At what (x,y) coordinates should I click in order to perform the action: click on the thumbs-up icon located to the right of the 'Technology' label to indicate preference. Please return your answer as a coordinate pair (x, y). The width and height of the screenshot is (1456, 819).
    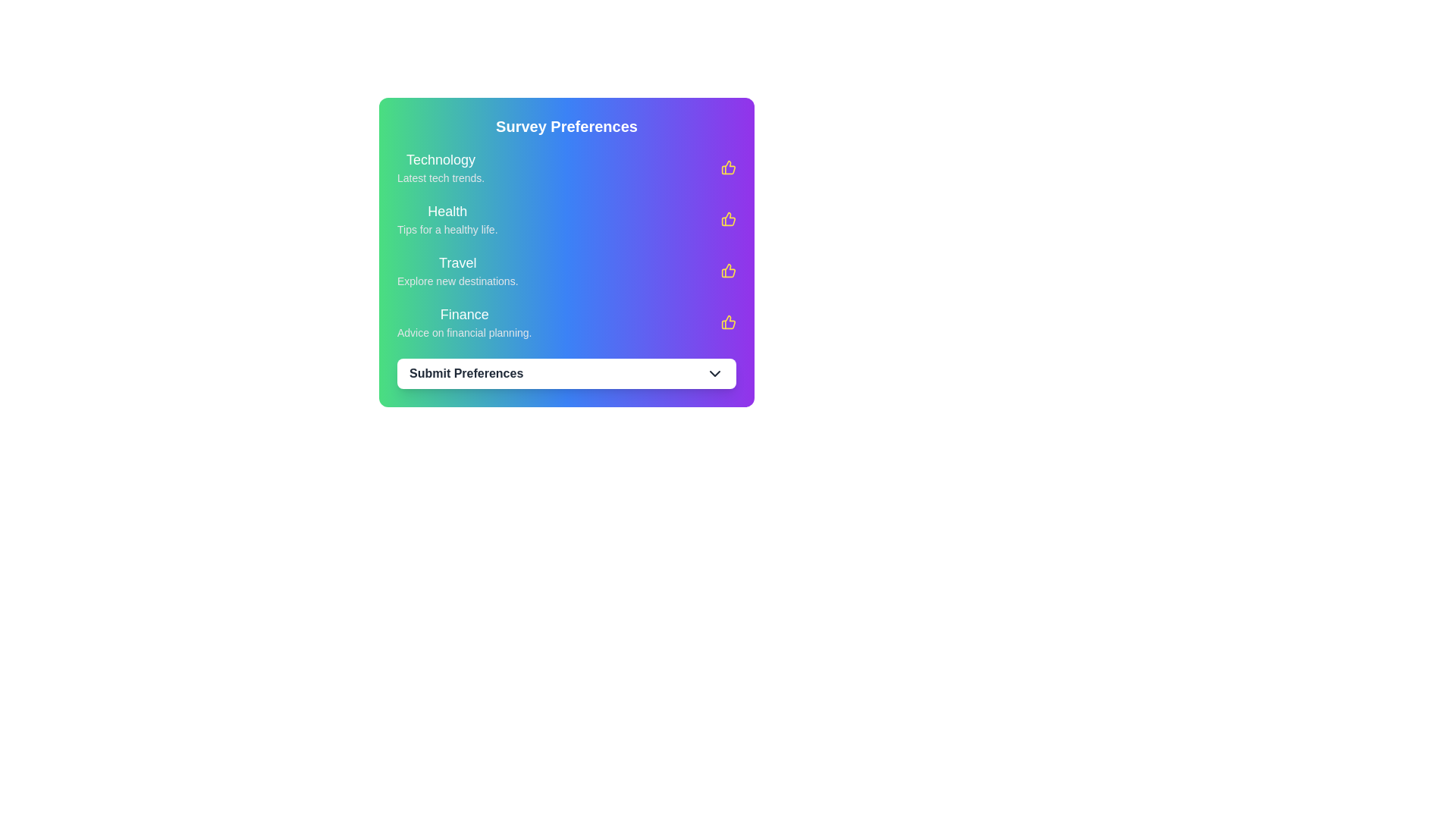
    Looking at the image, I should click on (716, 167).